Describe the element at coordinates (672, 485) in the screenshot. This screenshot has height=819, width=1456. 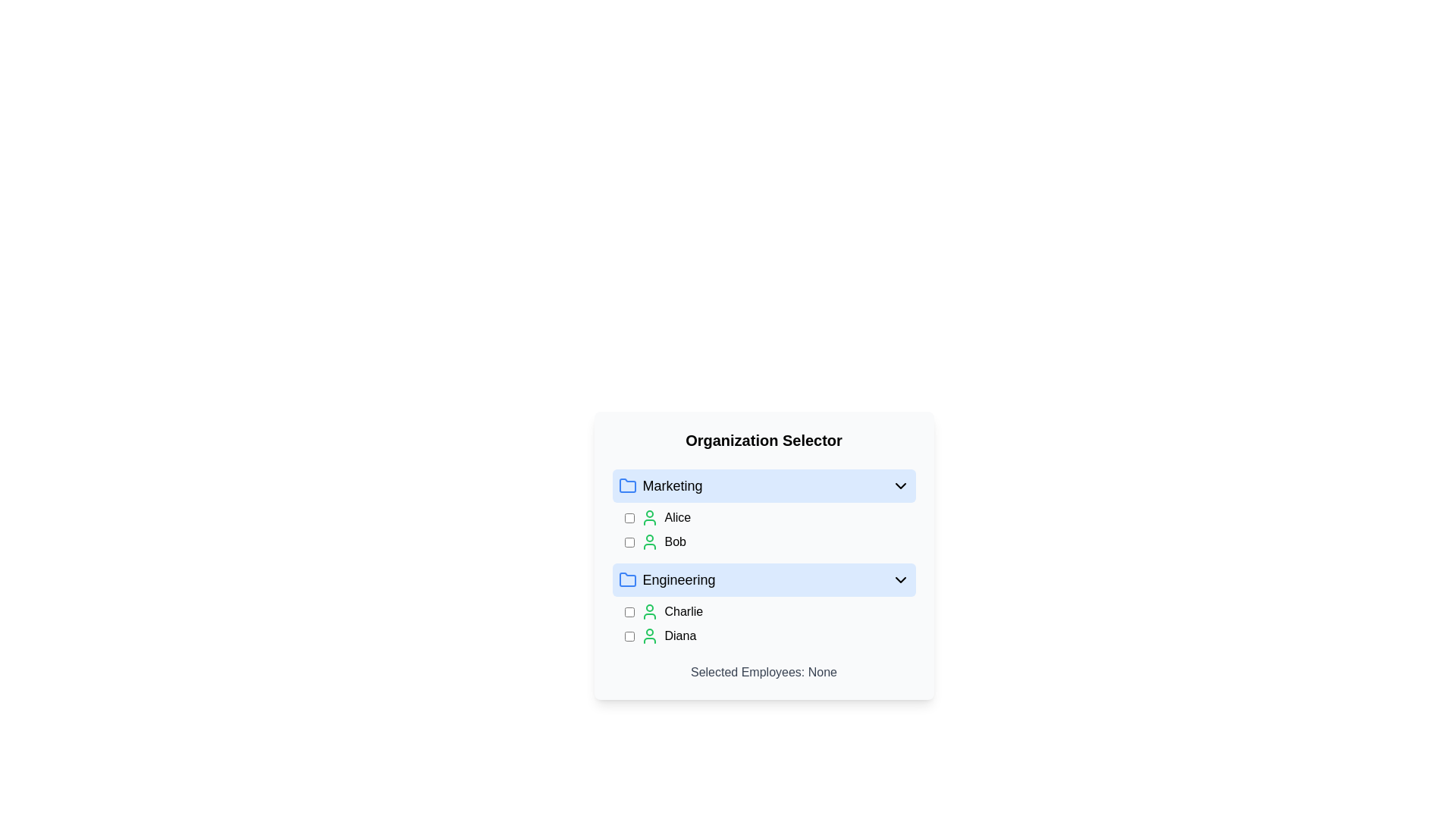
I see `the 'Marketing' text label in the first collapsible section, which indicates the employees belong to the Marketing department` at that location.